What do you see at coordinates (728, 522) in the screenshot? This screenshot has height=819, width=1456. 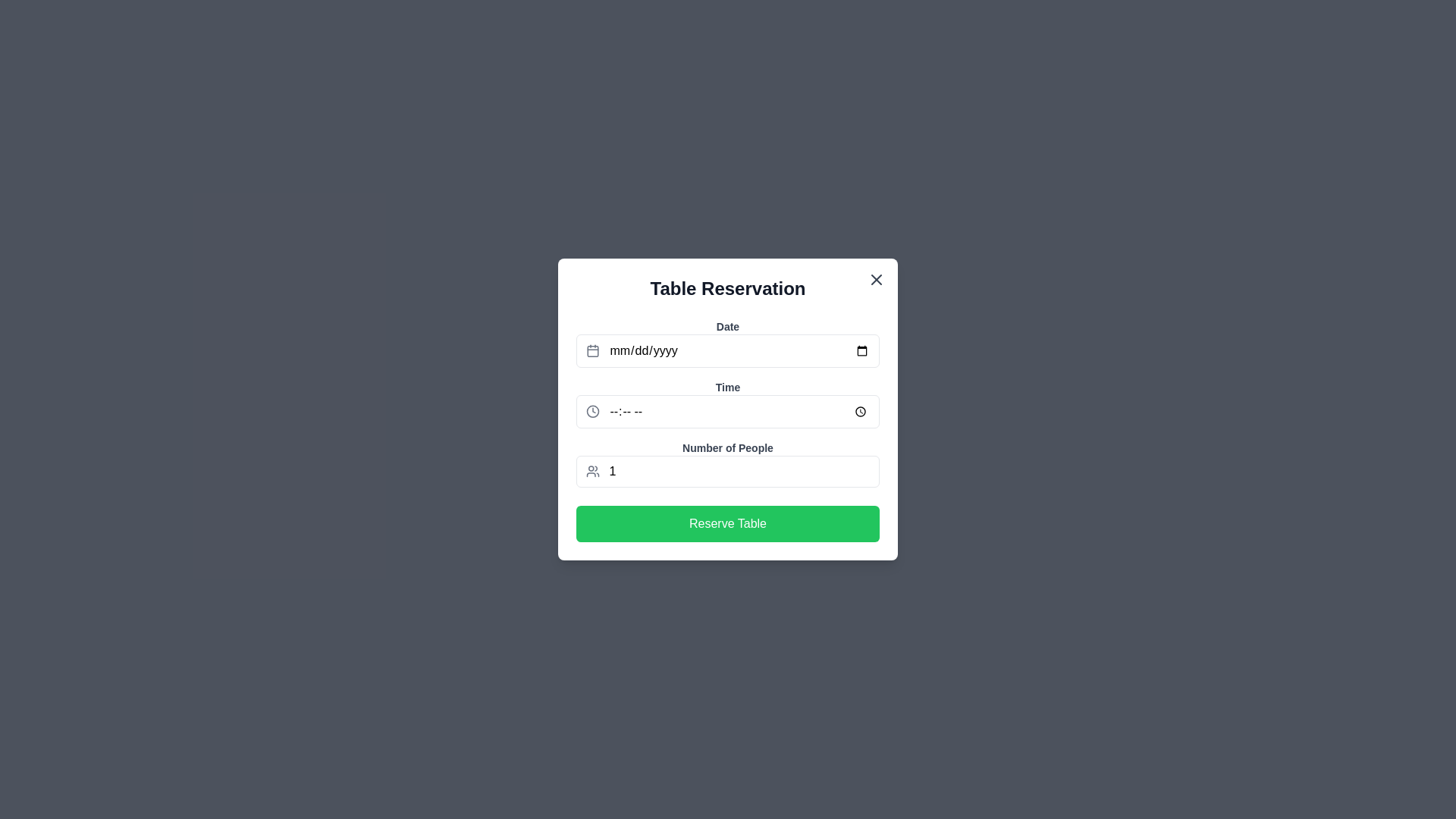 I see `the confirmation button located at the bottom of the 'Table Reservation' modal dialog box to finalize the reservation process` at bounding box center [728, 522].